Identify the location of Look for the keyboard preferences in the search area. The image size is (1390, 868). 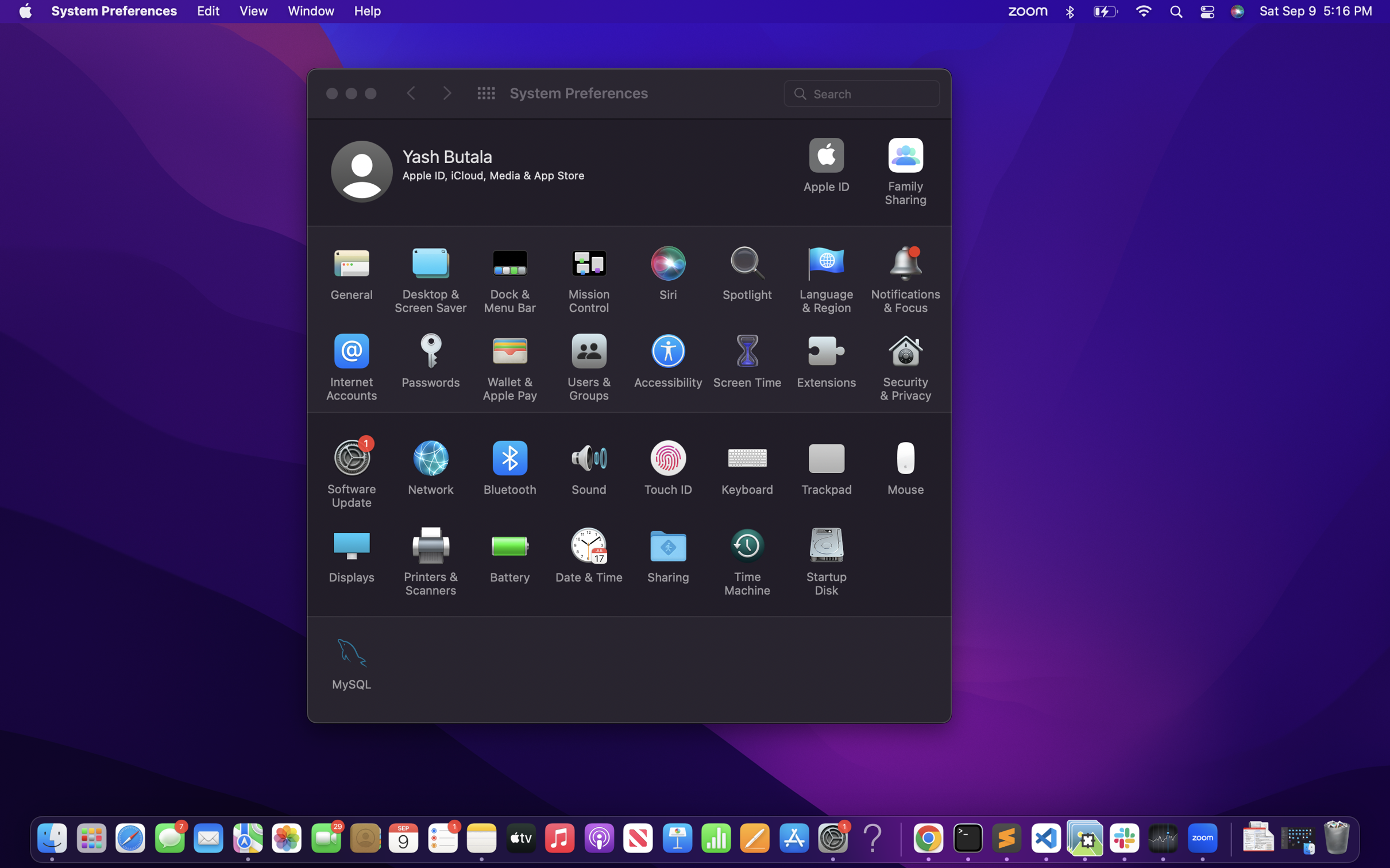
(863, 92).